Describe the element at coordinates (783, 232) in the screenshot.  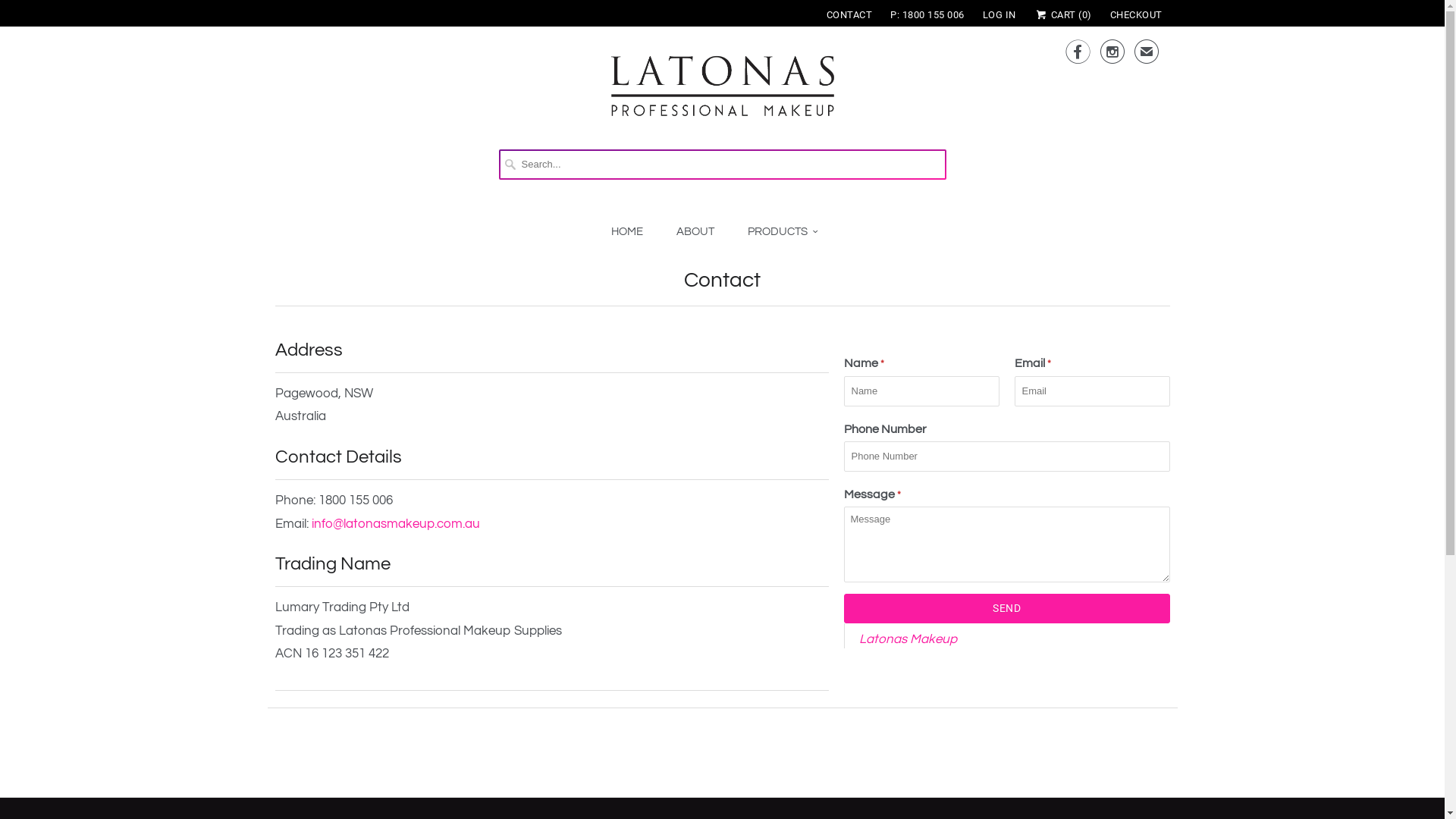
I see `'PRODUCTS'` at that location.